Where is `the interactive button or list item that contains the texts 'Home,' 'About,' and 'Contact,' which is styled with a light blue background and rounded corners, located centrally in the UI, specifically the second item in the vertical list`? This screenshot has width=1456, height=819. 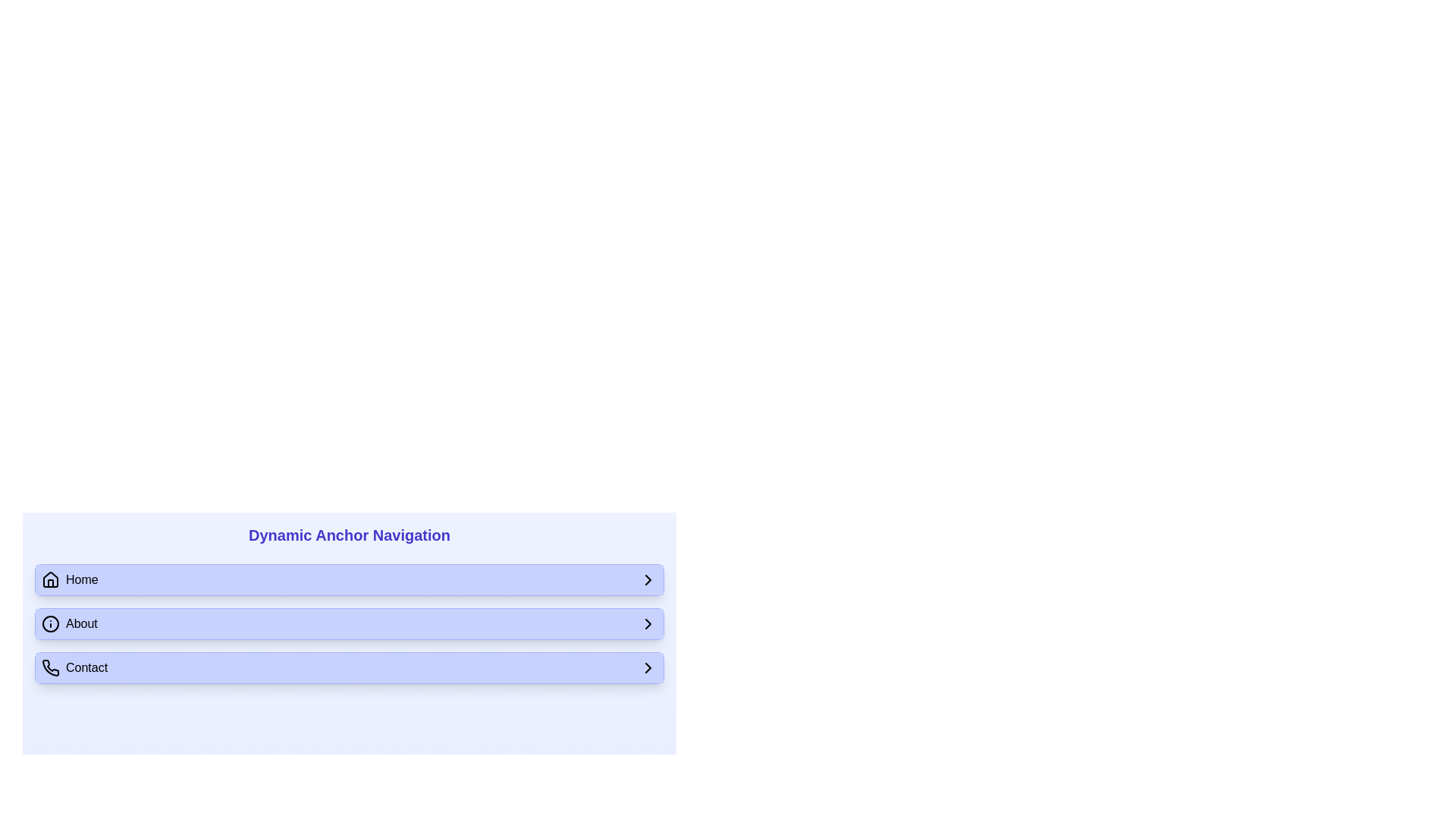
the interactive button or list item that contains the texts 'Home,' 'About,' and 'Contact,' which is styled with a light blue background and rounded corners, located centrally in the UI, specifically the second item in the vertical list is located at coordinates (348, 623).